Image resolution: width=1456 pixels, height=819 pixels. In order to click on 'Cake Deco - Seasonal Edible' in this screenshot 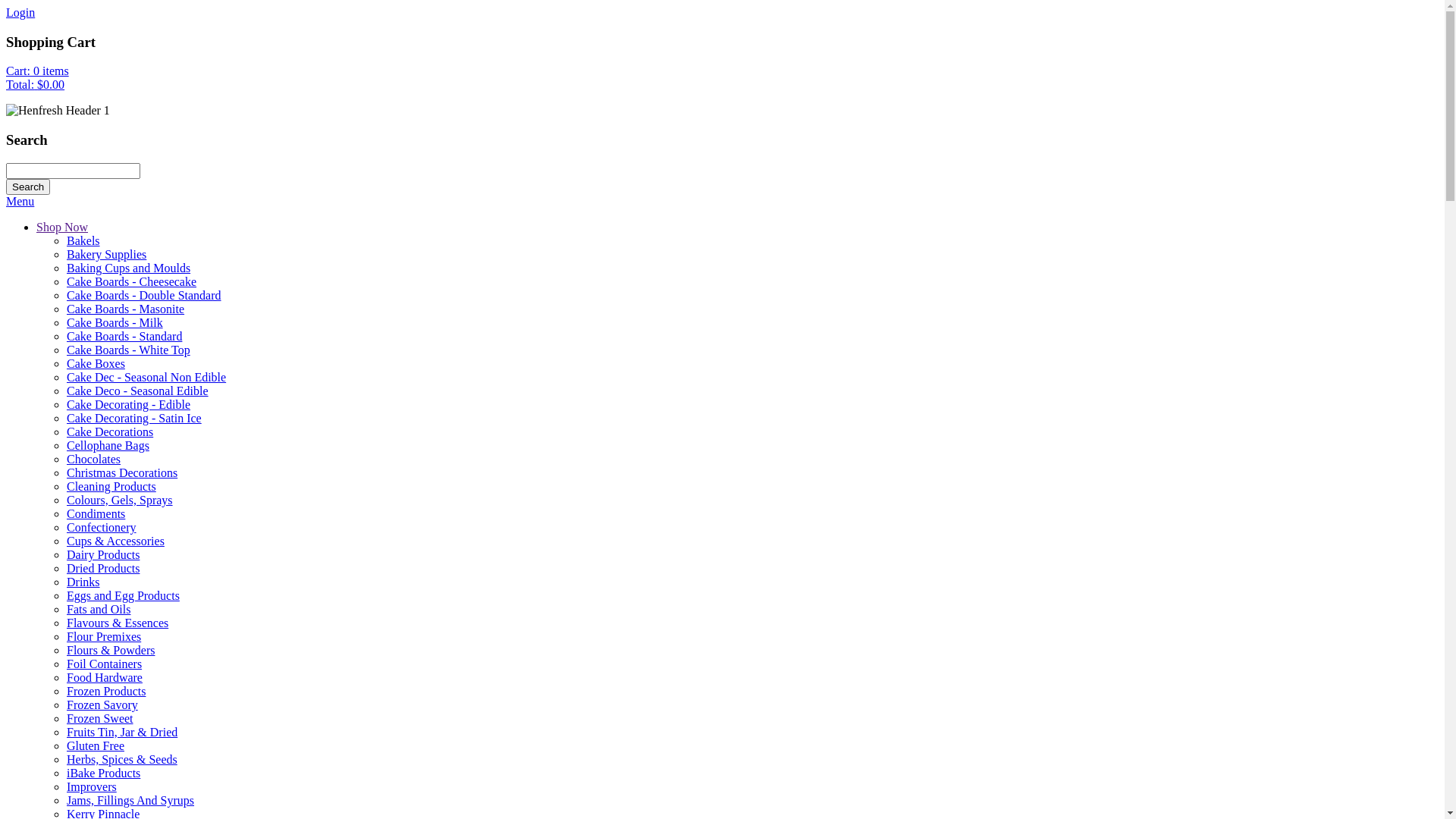, I will do `click(65, 390)`.